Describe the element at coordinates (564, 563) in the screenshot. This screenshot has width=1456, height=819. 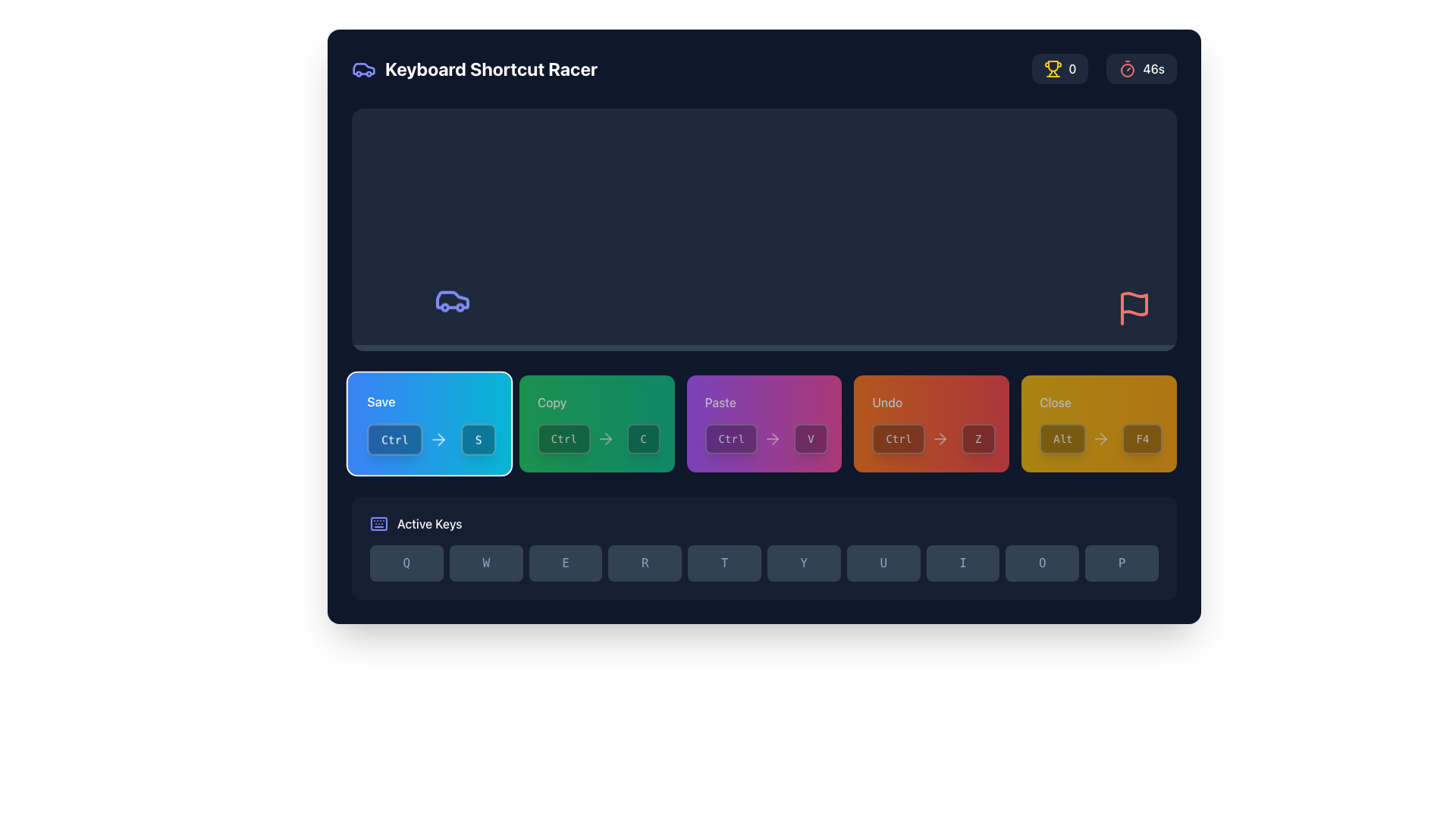
I see `the 'E' key button in the 'Active Keys' section` at that location.